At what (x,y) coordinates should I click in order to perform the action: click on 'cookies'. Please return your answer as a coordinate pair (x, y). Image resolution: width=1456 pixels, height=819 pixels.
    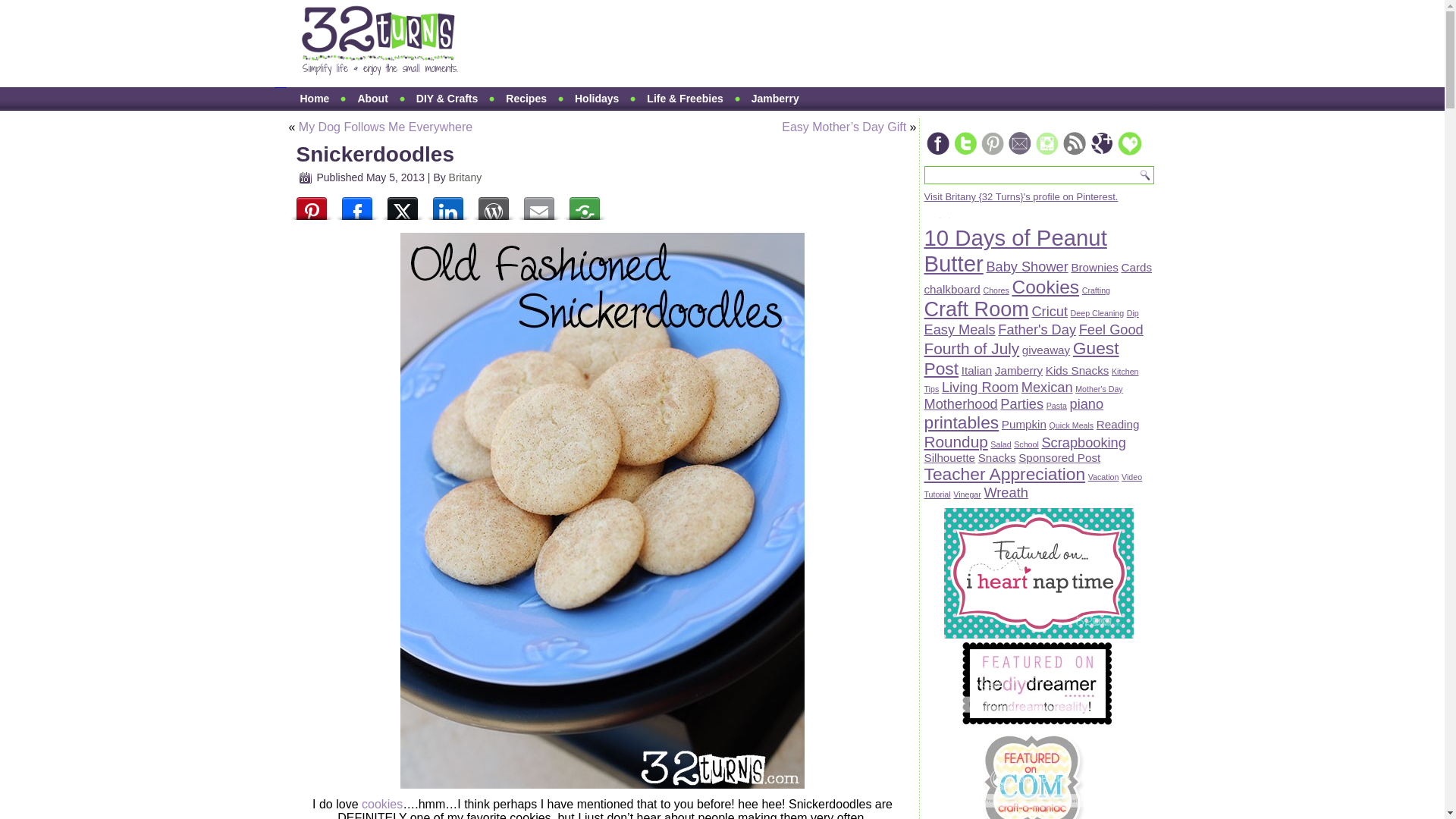
    Looking at the image, I should click on (360, 803).